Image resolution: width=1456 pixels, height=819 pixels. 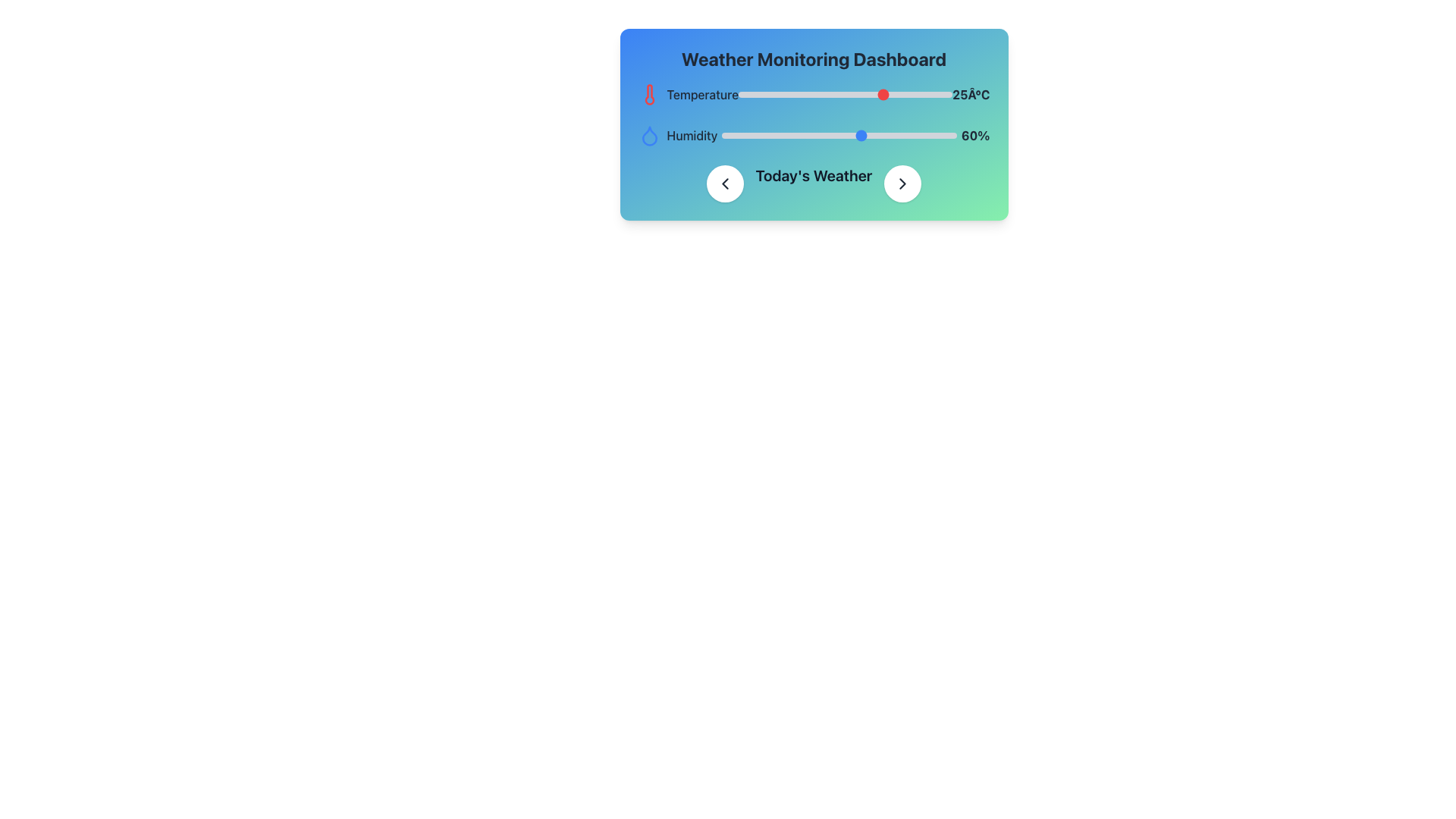 What do you see at coordinates (649, 135) in the screenshot?
I see `the blue droplet-shaped icon representing humidity level, located to the left of the 'Humidity' label in the weather monitoring dashboard` at bounding box center [649, 135].